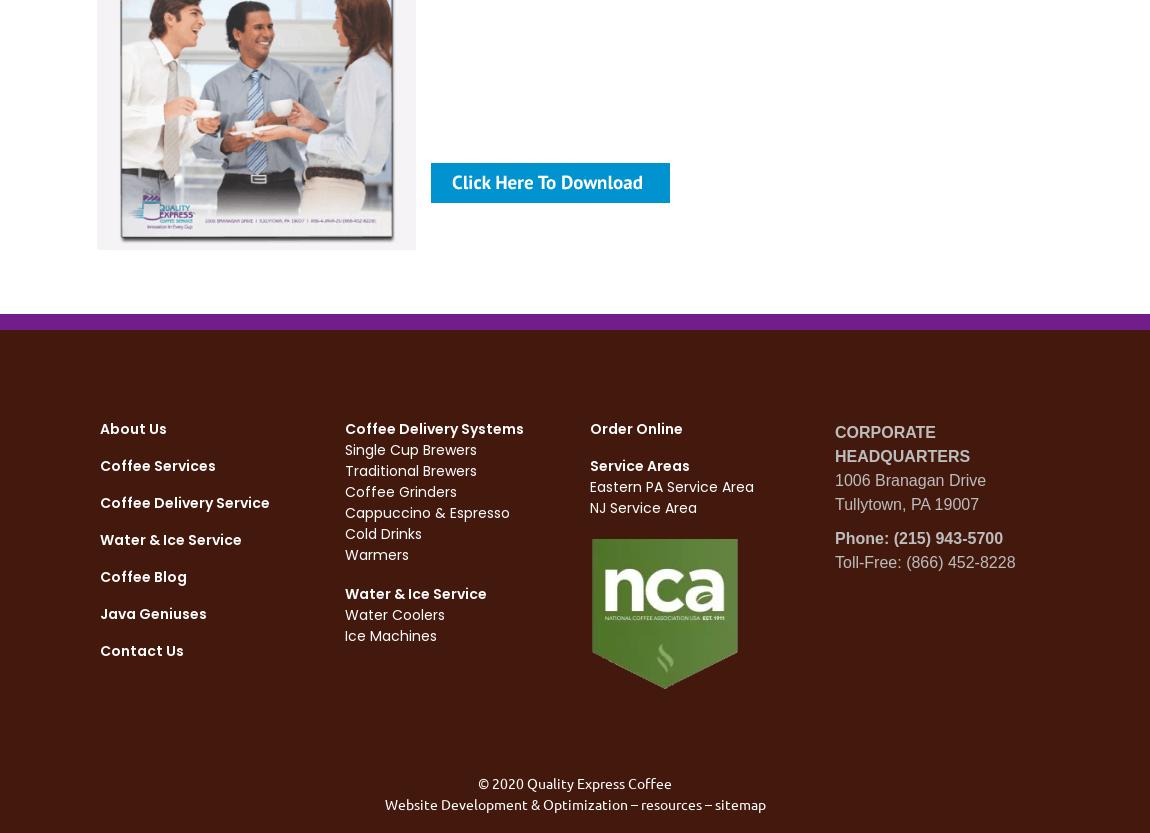  I want to click on 'resources', so click(669, 802).